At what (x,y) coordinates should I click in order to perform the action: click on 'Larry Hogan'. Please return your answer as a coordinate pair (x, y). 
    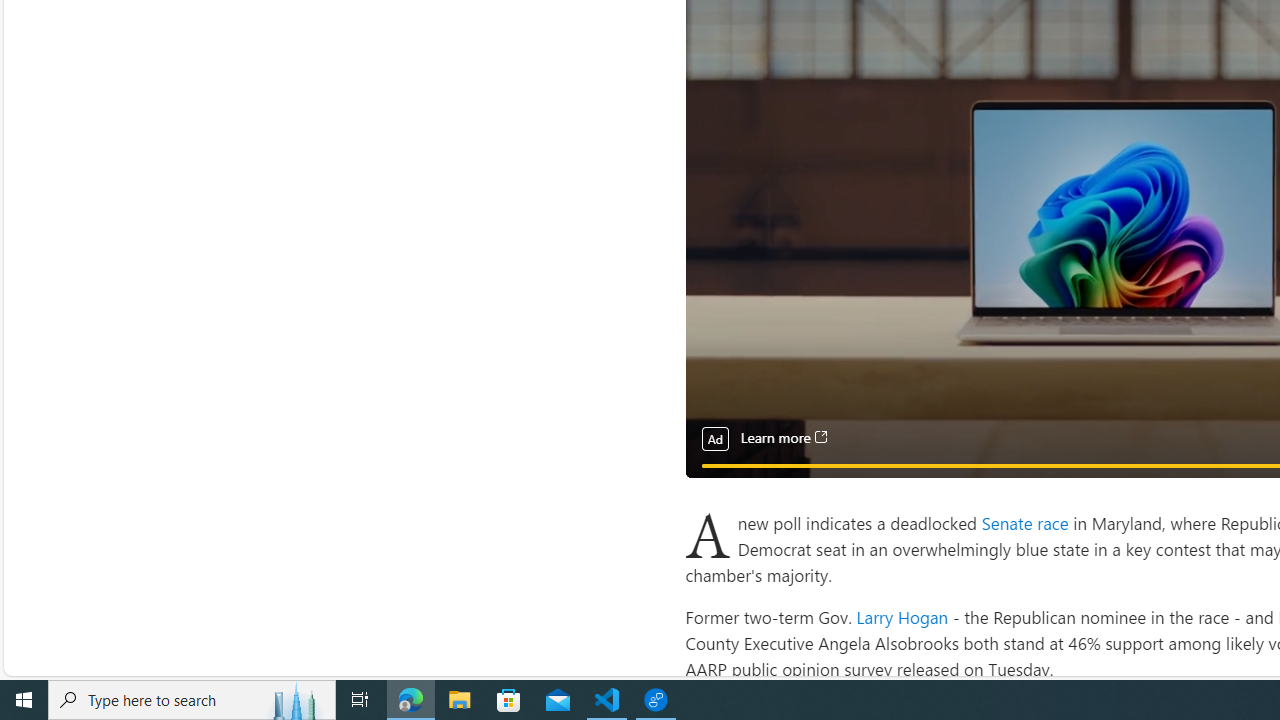
    Looking at the image, I should click on (901, 615).